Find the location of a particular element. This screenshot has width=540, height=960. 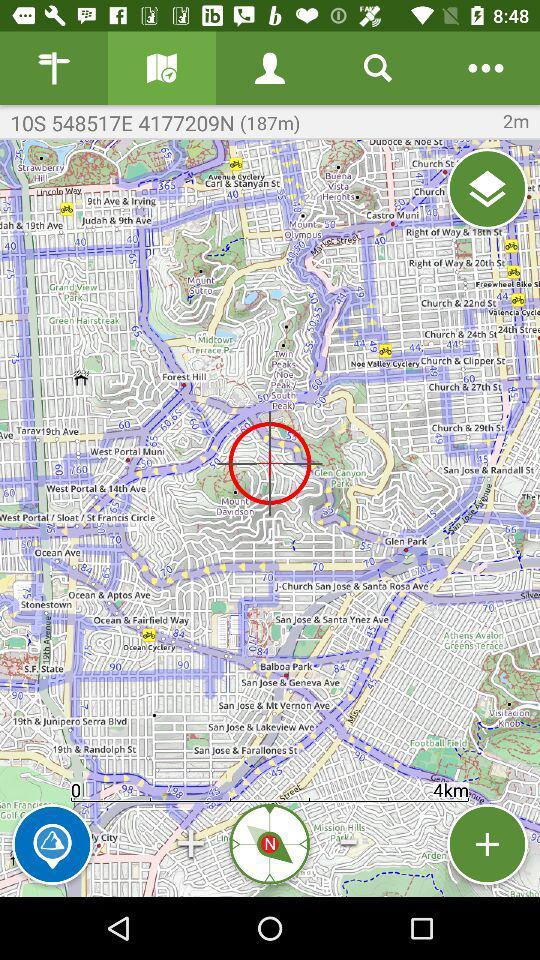

get directions is located at coordinates (161, 68).